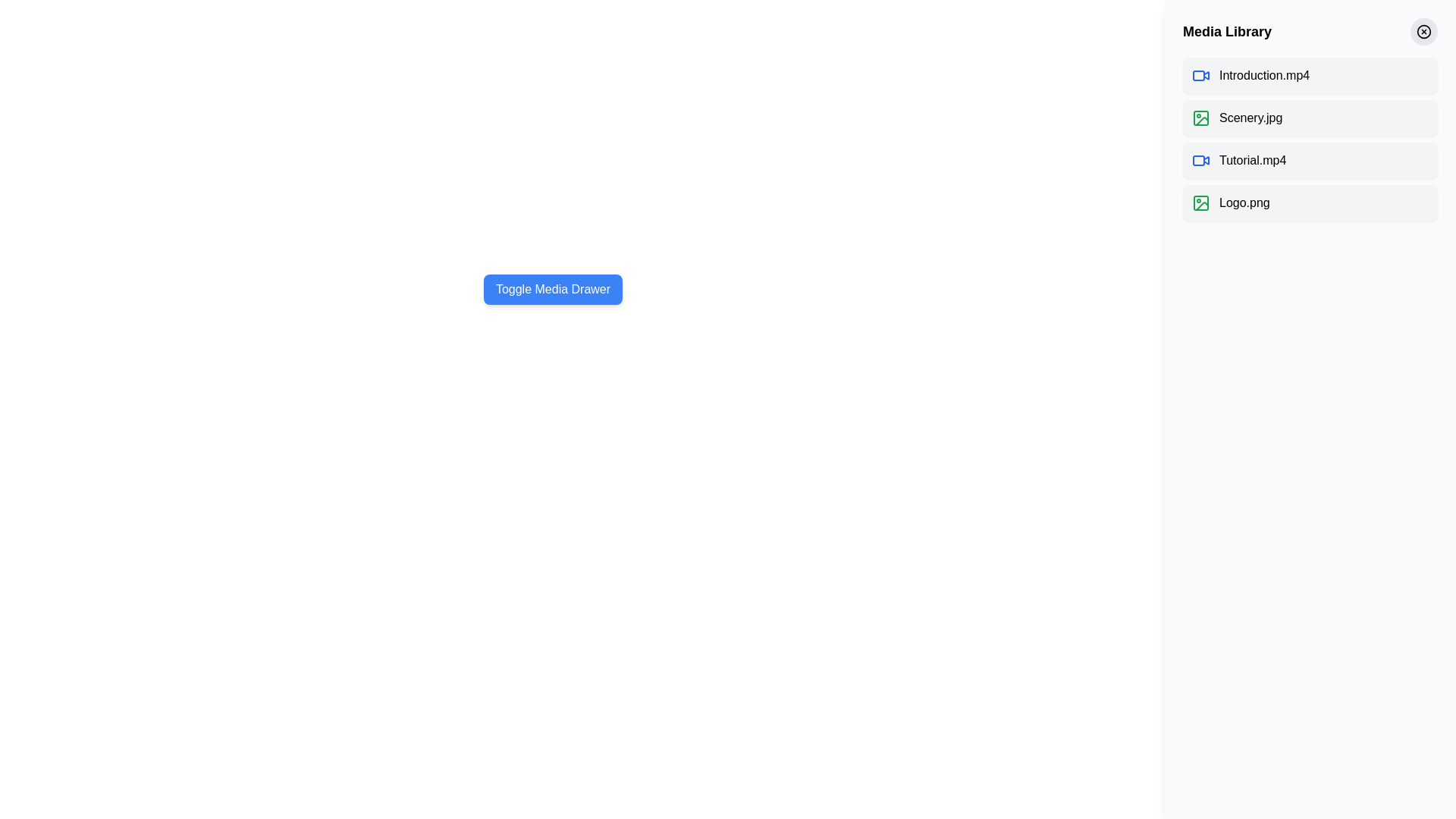  What do you see at coordinates (1205, 75) in the screenshot?
I see `the triangular play button icon located in the Media Library section, which is blue and positioned before the text 'Introduction.mp4'` at bounding box center [1205, 75].